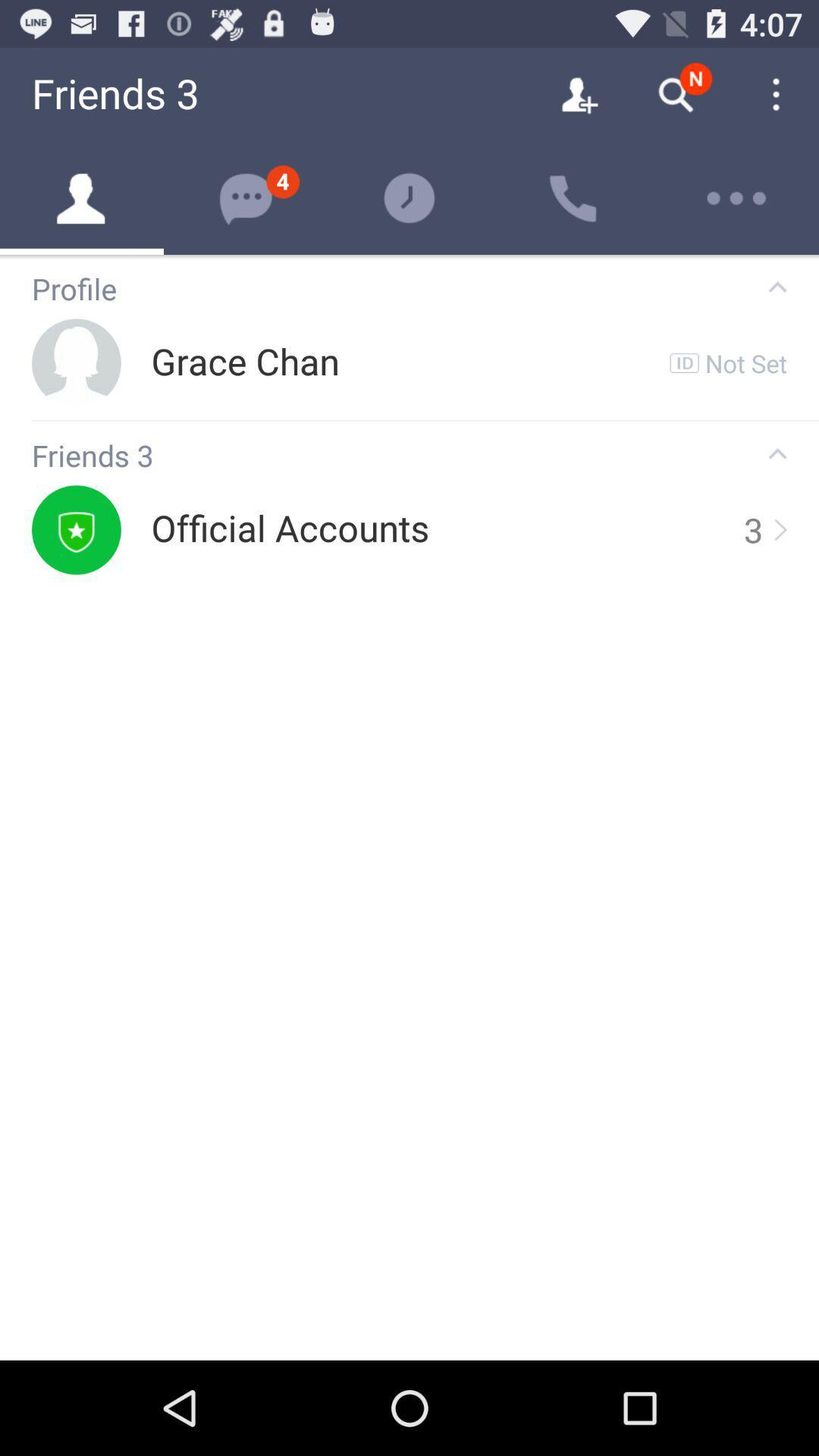  I want to click on the app next to 3 app, so click(779, 529).